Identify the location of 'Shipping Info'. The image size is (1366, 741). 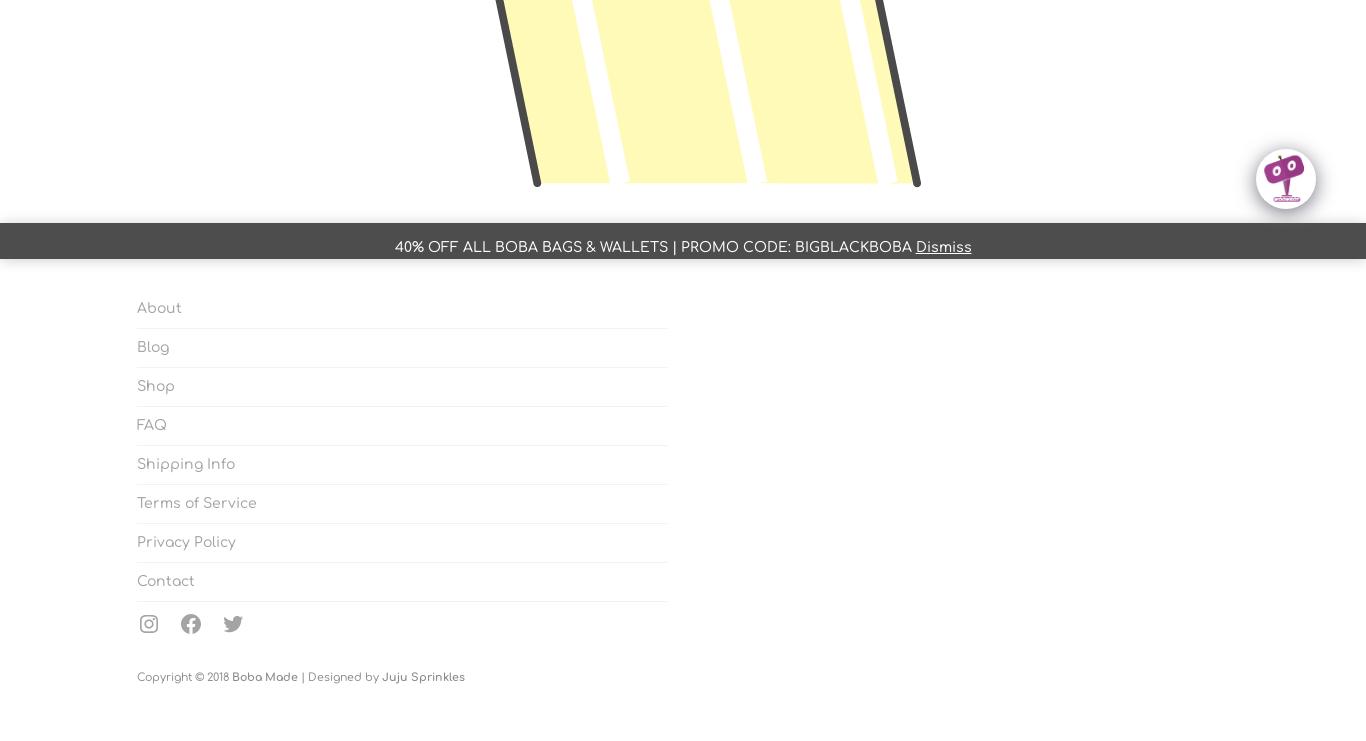
(183, 463).